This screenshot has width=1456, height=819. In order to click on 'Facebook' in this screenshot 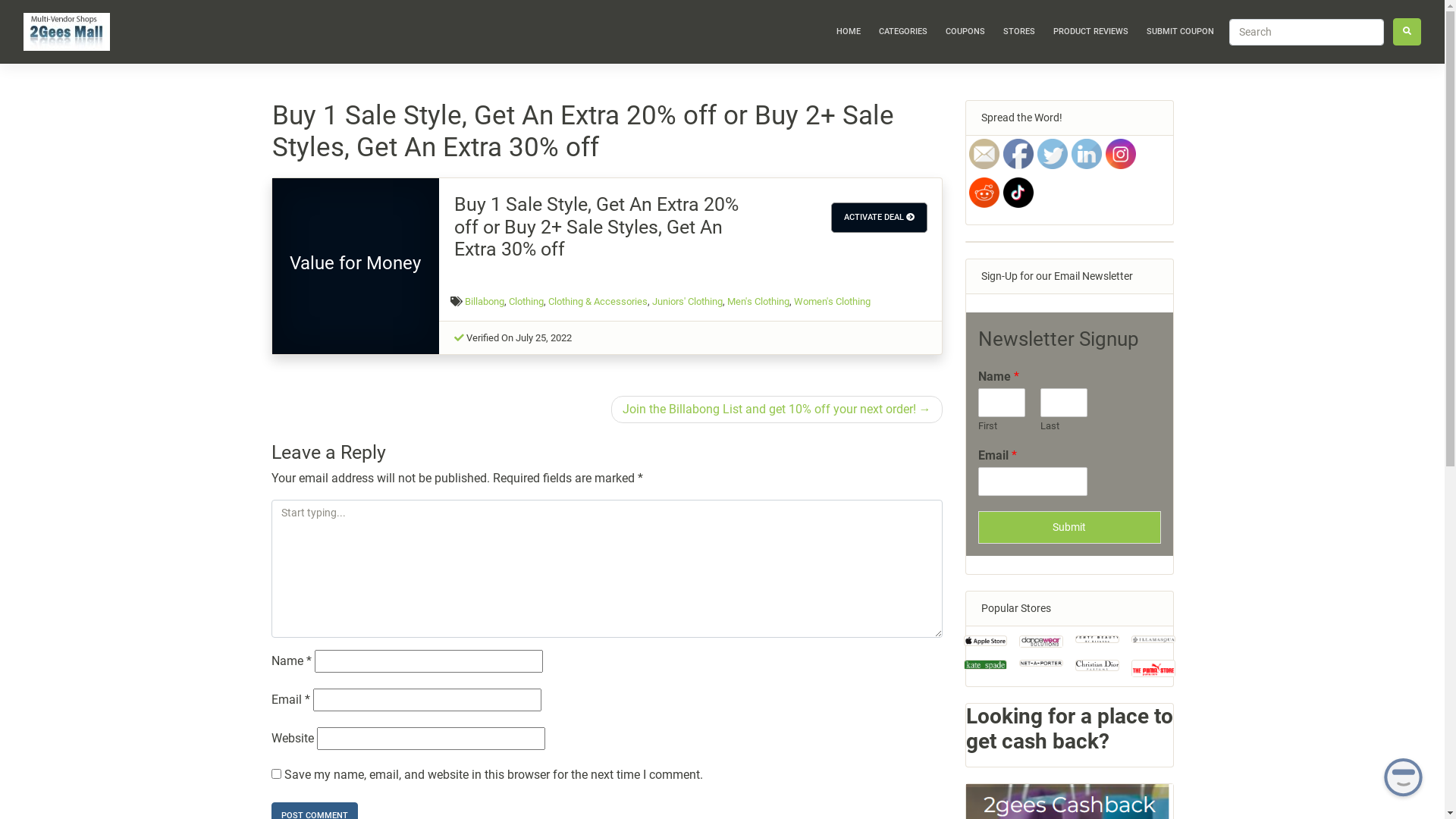, I will do `click(1018, 154)`.